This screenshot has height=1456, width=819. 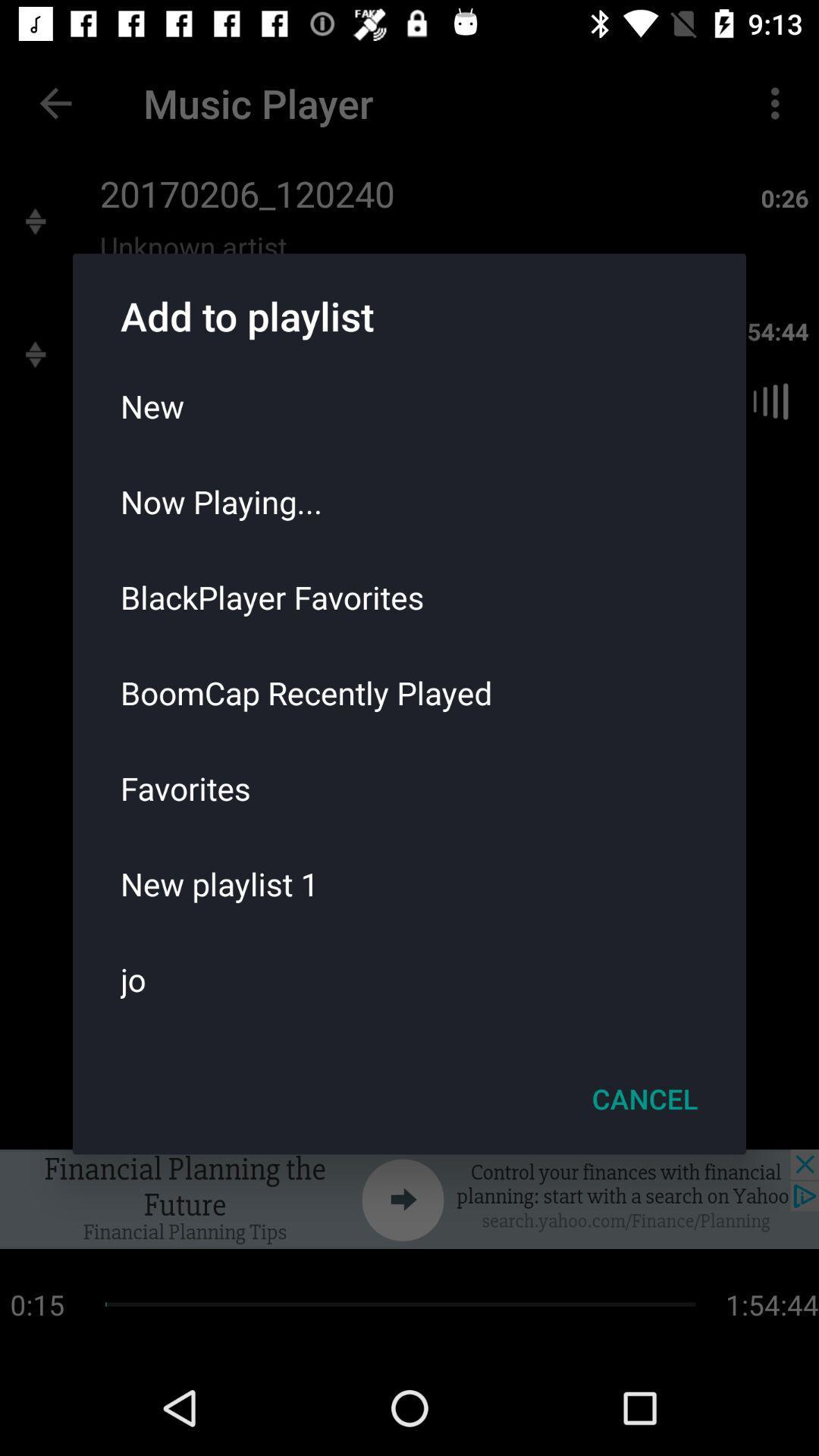 I want to click on item below the favorites item, so click(x=409, y=883).